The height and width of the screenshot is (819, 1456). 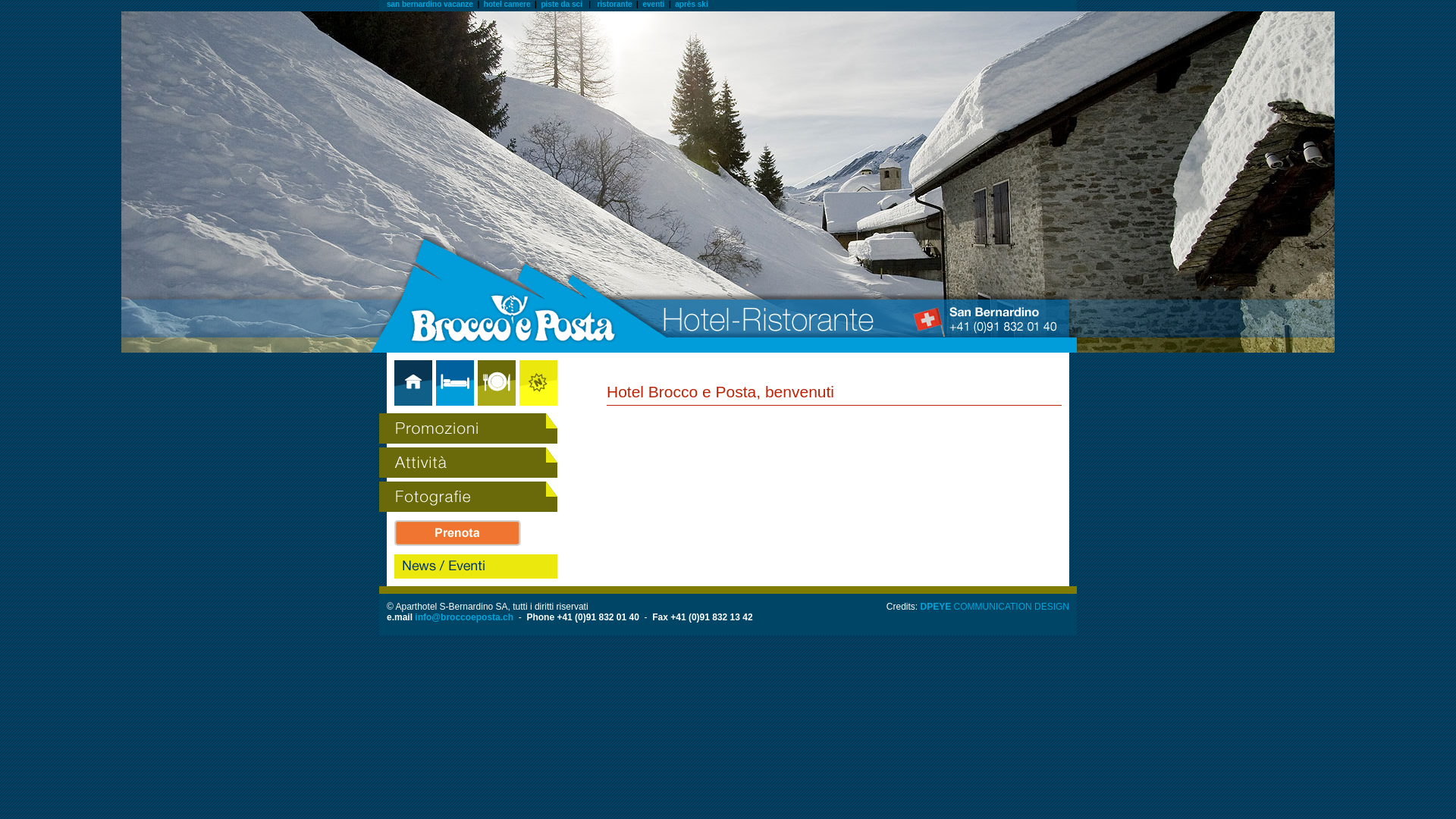 I want to click on 'piste da sci', so click(x=560, y=4).